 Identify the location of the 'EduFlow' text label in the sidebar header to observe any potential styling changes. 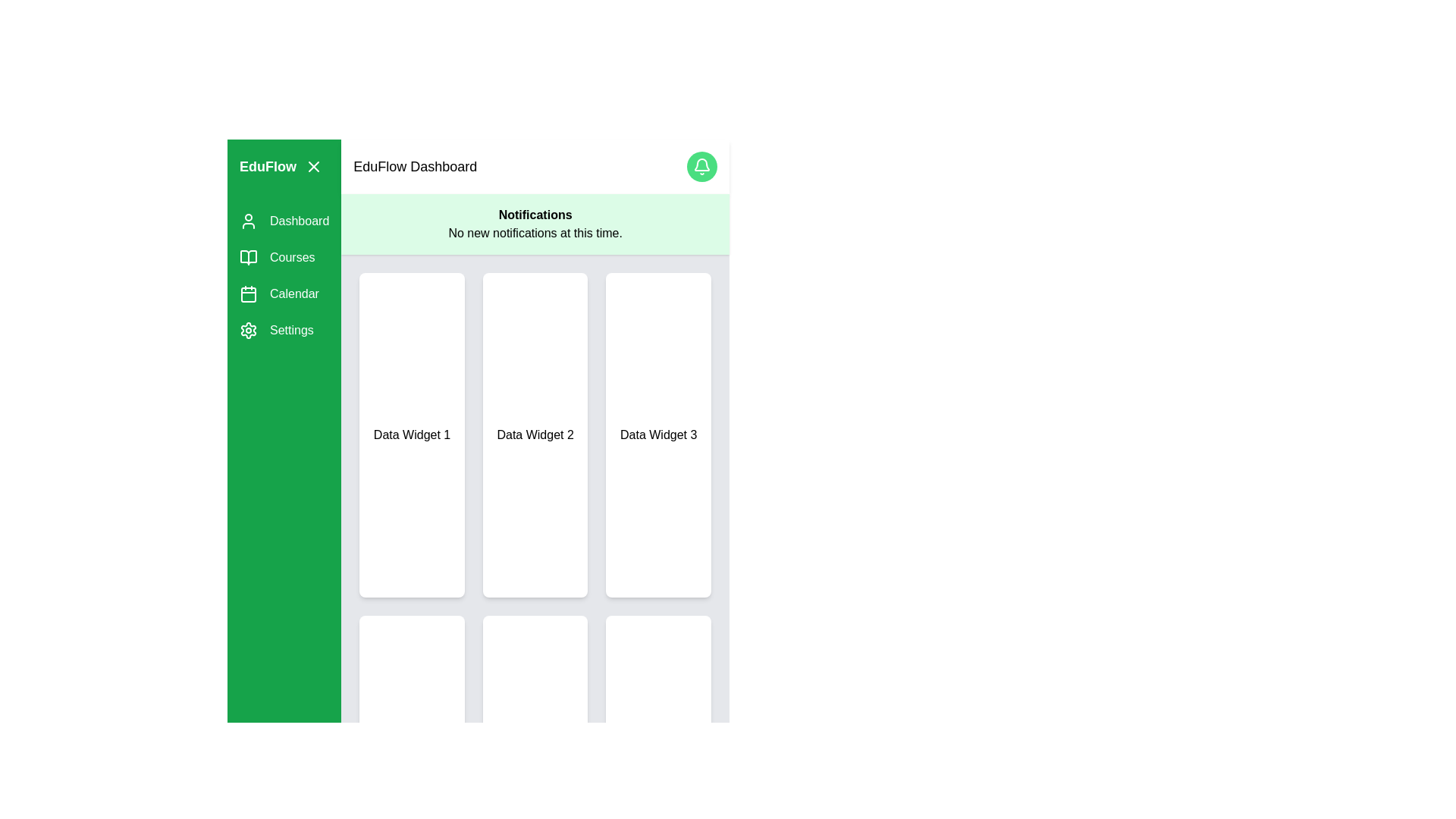
(268, 166).